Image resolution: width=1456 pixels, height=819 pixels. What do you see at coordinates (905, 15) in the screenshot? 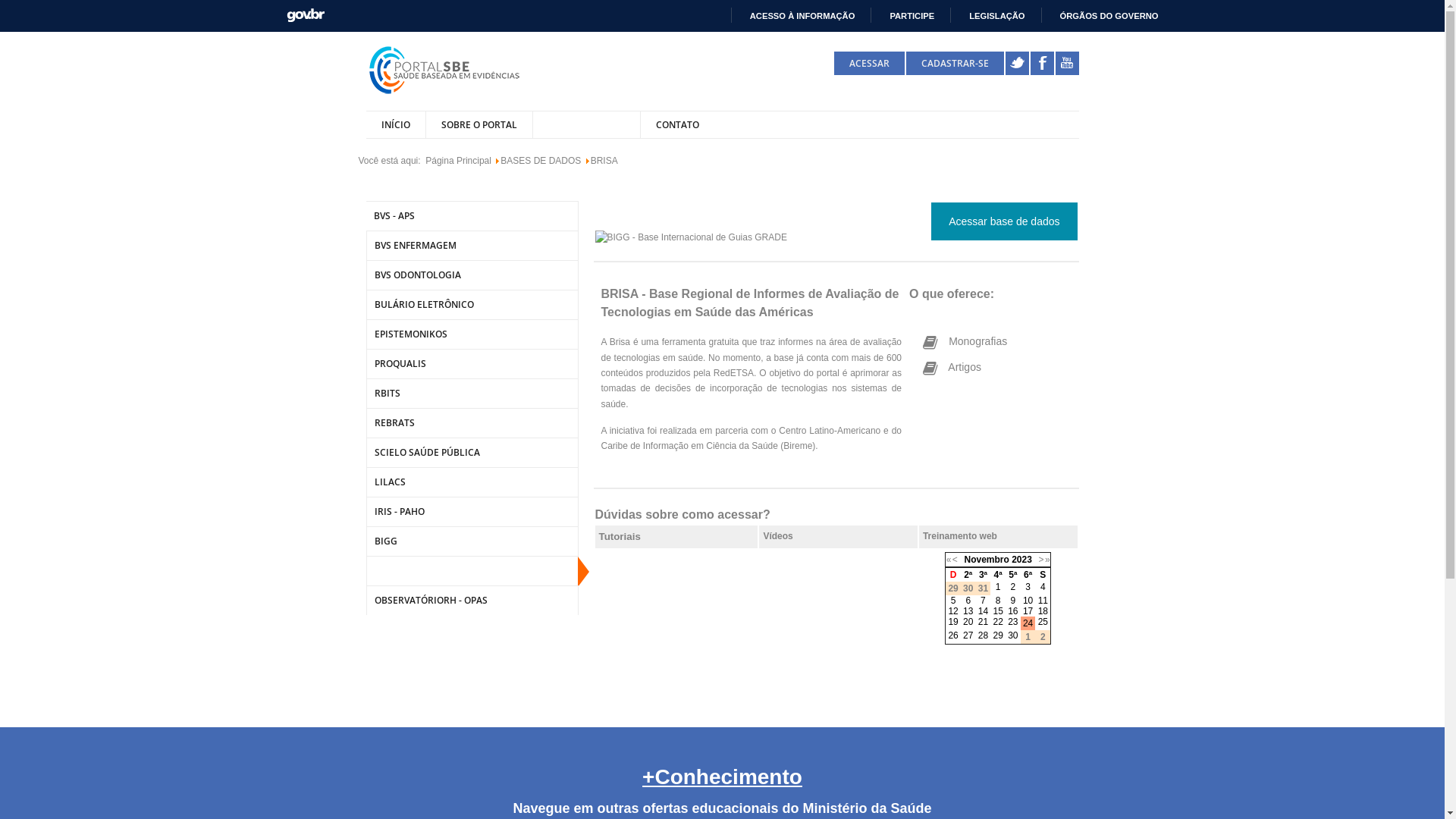
I see `'PARTICIPE'` at bounding box center [905, 15].